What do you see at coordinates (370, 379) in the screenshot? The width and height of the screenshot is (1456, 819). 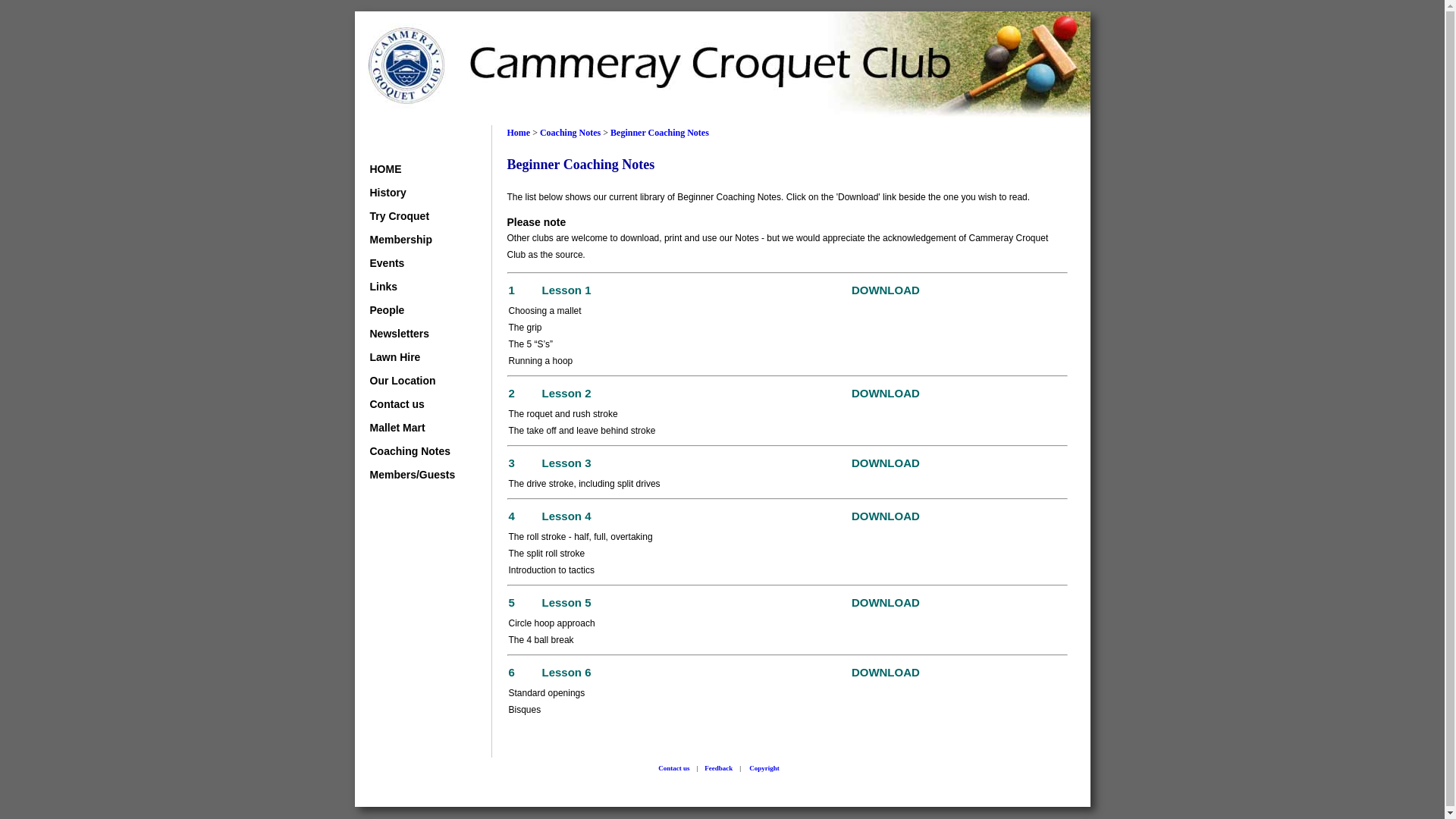 I see `'Our Location'` at bounding box center [370, 379].